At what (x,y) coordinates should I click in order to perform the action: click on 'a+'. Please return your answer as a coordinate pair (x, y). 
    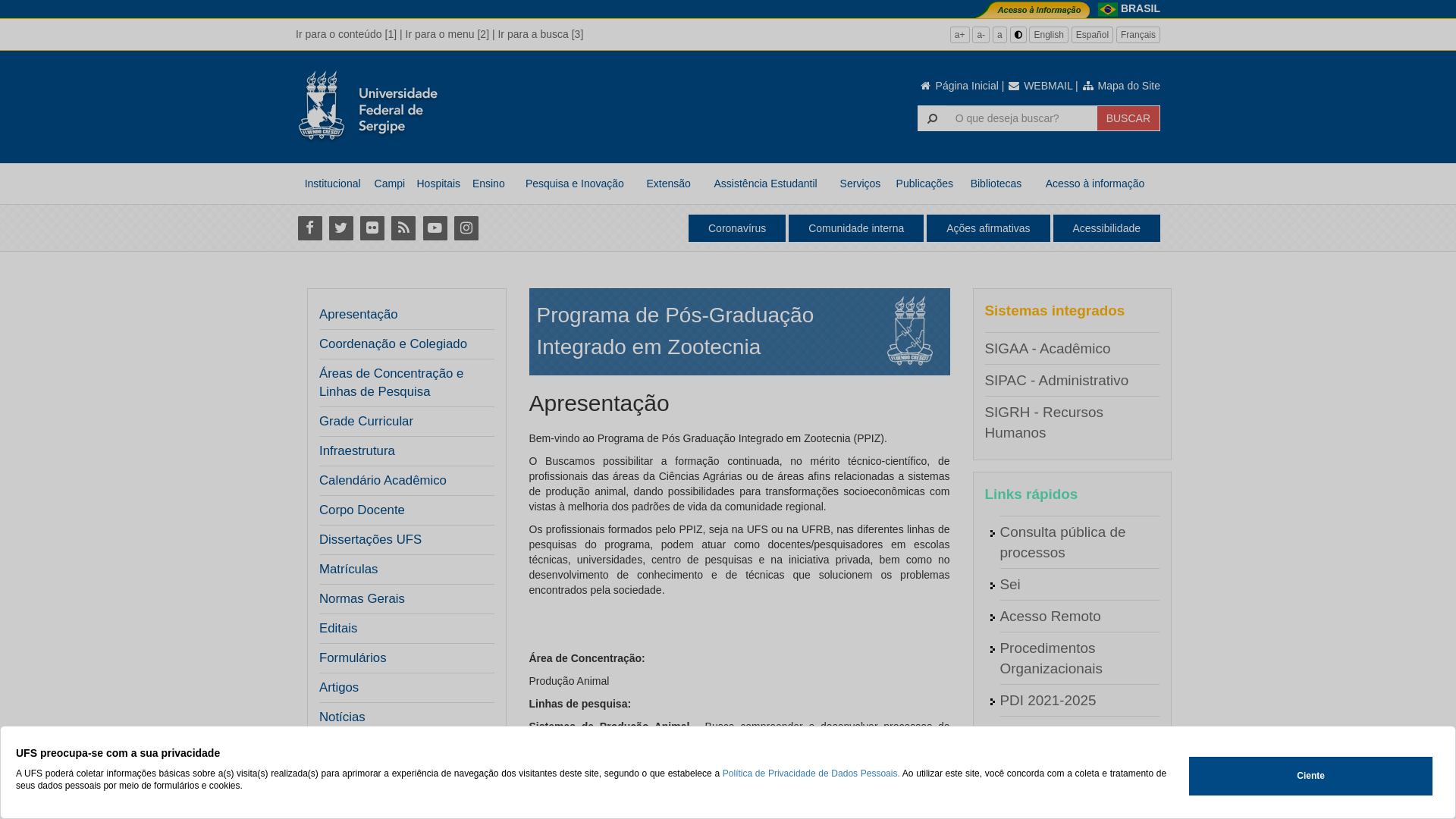
    Looking at the image, I should click on (959, 34).